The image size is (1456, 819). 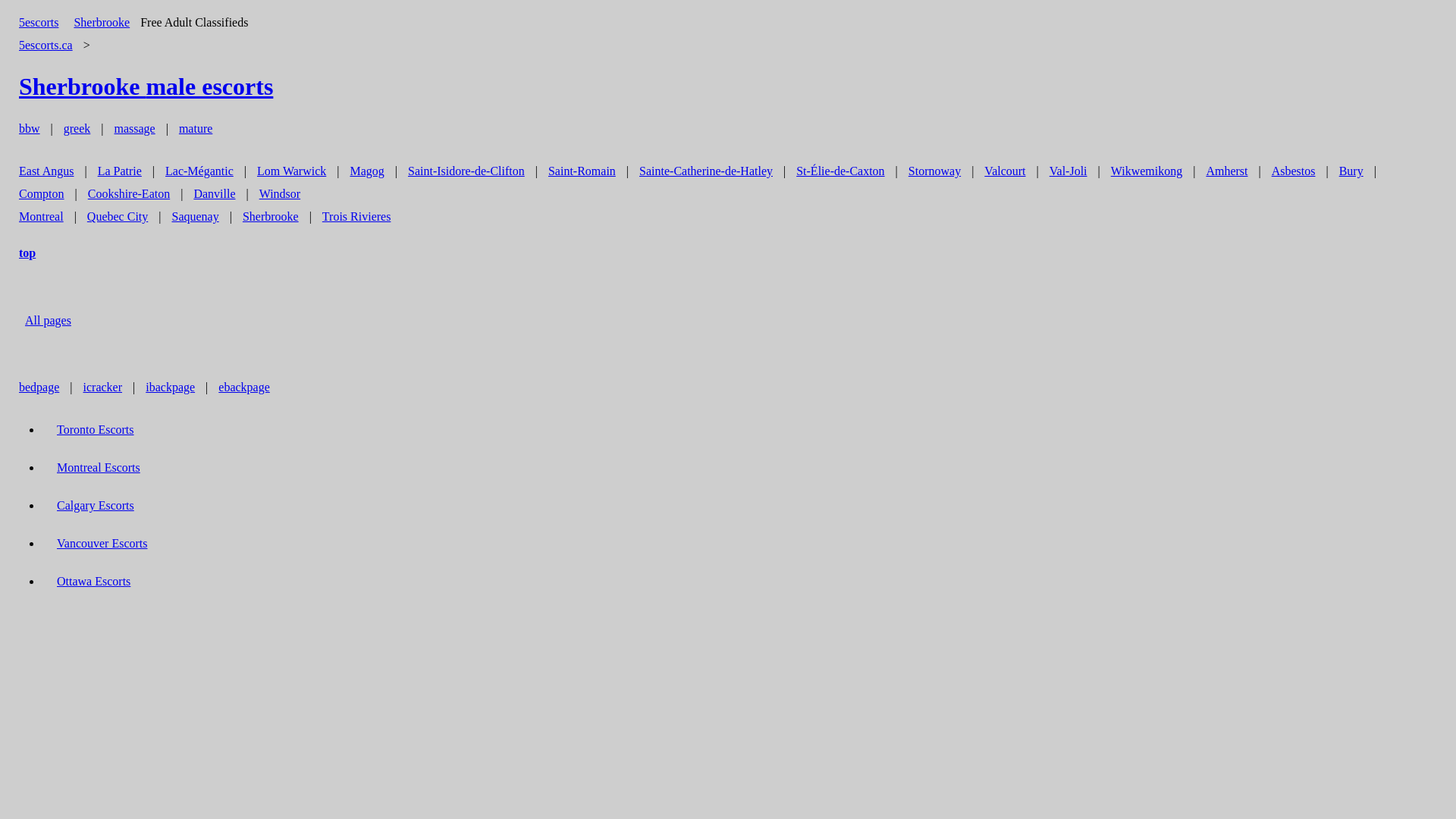 I want to click on 'Wikwemikong', so click(x=1147, y=171).